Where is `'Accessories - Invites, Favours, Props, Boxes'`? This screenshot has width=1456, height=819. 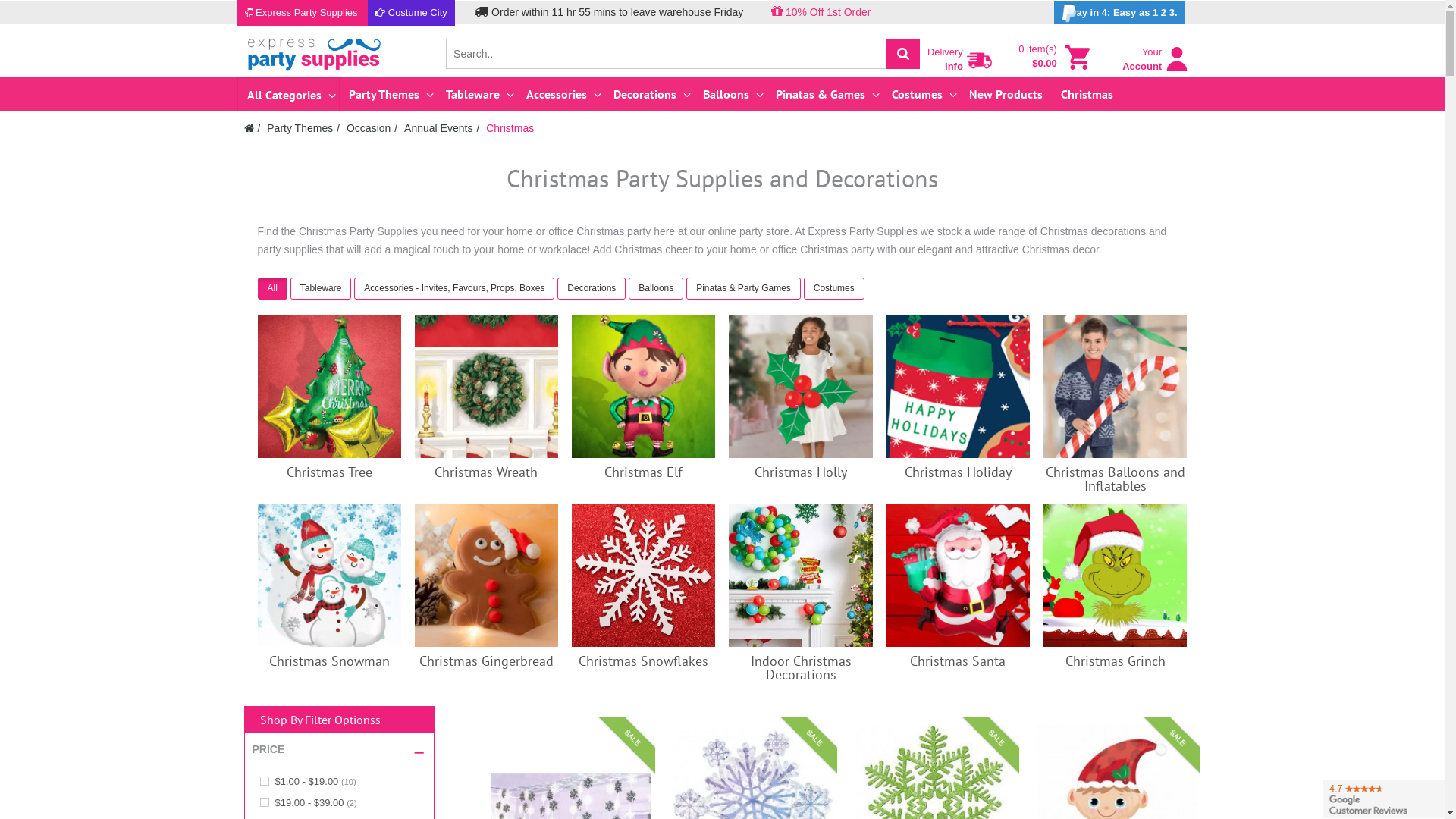 'Accessories - Invites, Favours, Props, Boxes' is located at coordinates (453, 288).